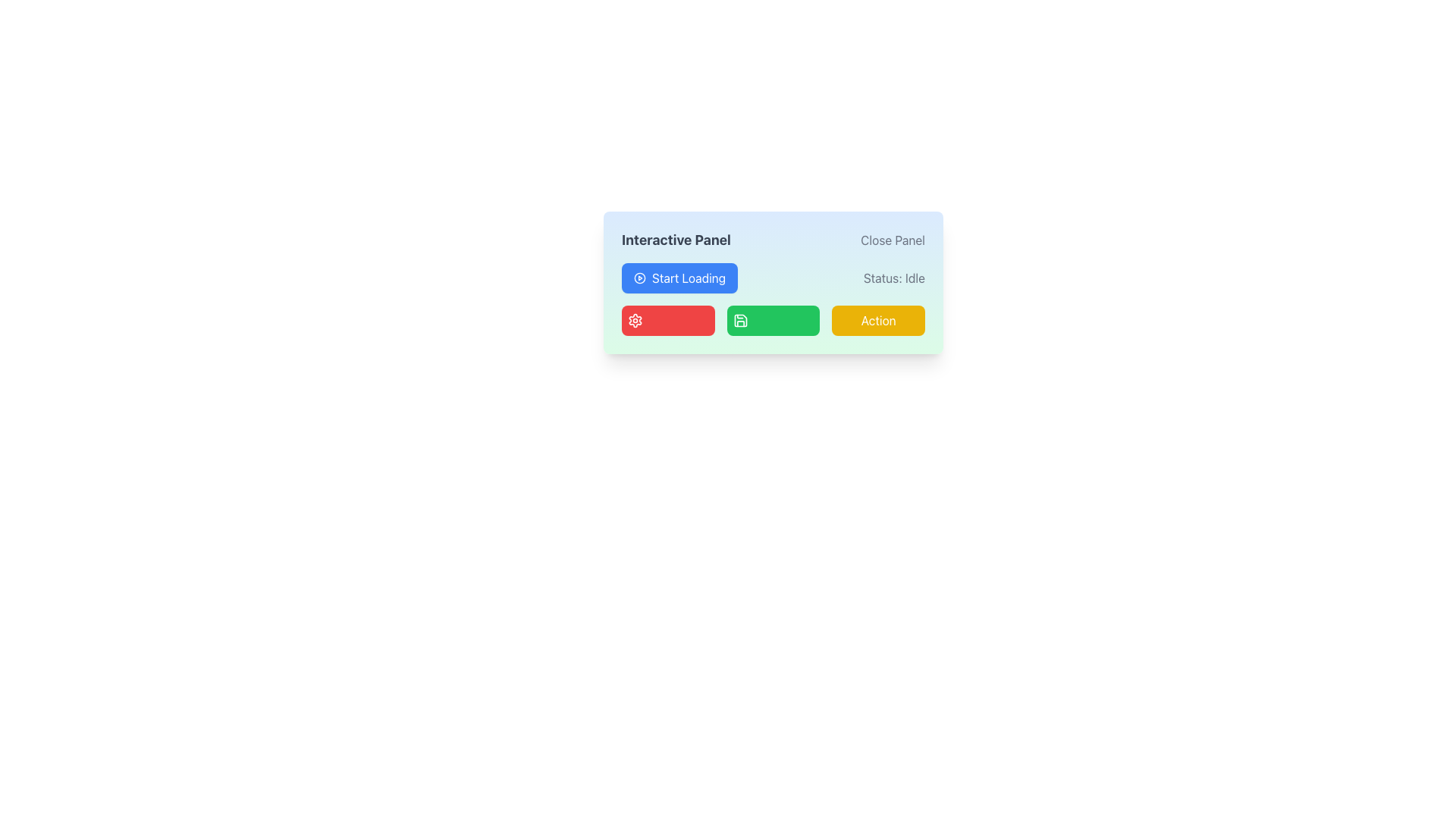 The image size is (1456, 819). What do you see at coordinates (667, 320) in the screenshot?
I see `the leftmost 'Settings' button in the 'Interactive Panel'` at bounding box center [667, 320].